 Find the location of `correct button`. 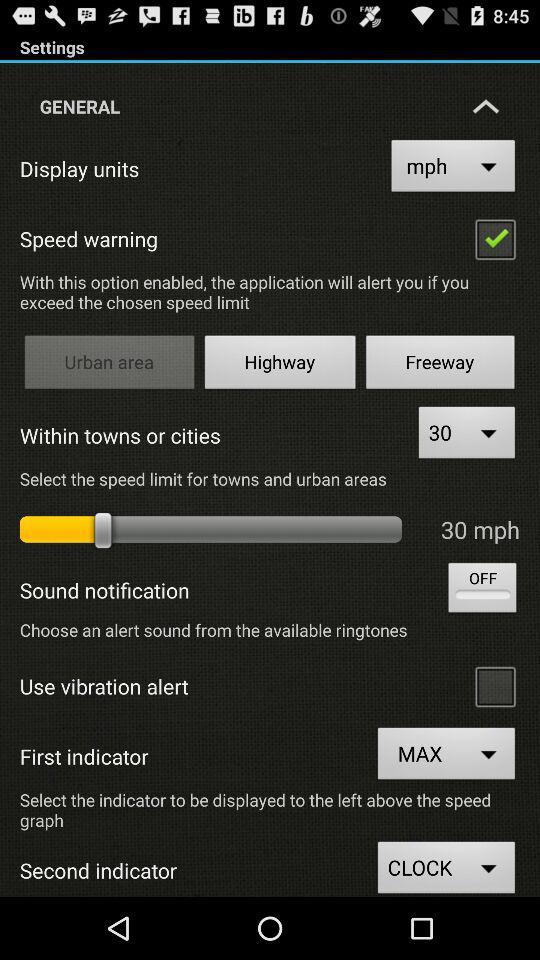

correct button is located at coordinates (494, 238).